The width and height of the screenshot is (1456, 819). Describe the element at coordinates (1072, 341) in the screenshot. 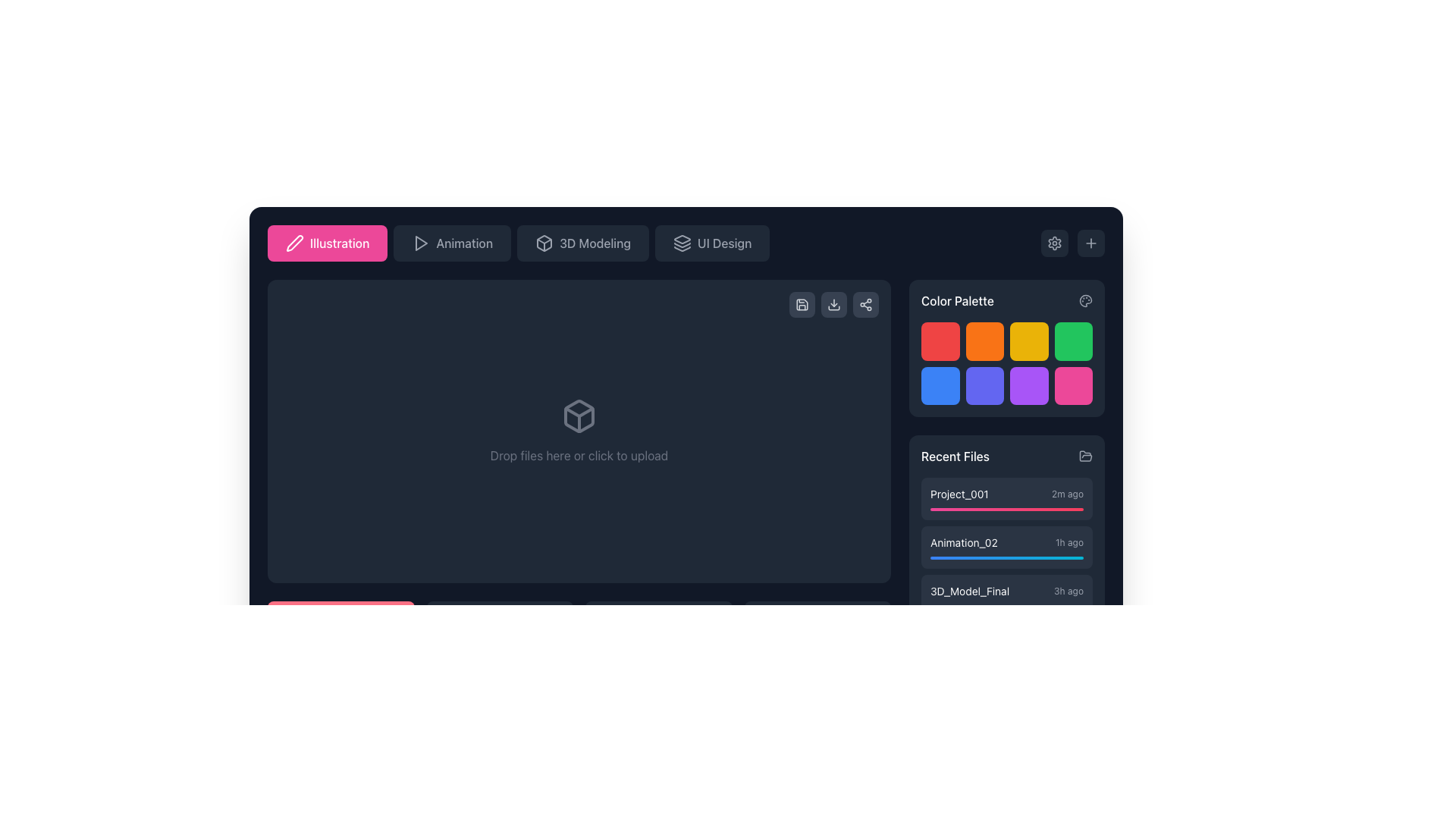

I see `the selectable green color square located in the rightmost column of the first row of the grid in the top section of the sidebar to observe the hover effect` at that location.